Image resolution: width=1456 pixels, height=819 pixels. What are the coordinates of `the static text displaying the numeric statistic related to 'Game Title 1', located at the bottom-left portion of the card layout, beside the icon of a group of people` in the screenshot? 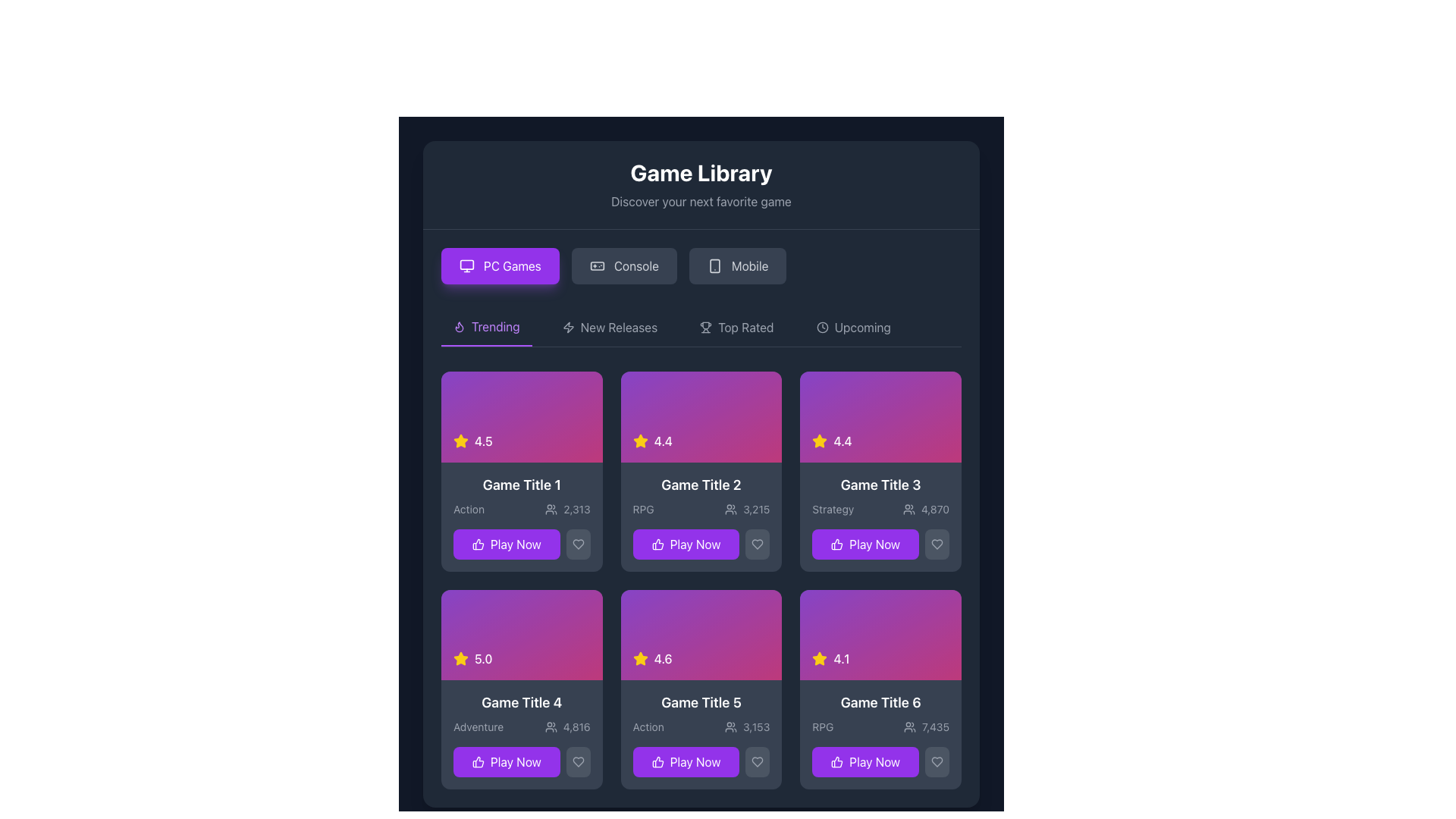 It's located at (576, 509).